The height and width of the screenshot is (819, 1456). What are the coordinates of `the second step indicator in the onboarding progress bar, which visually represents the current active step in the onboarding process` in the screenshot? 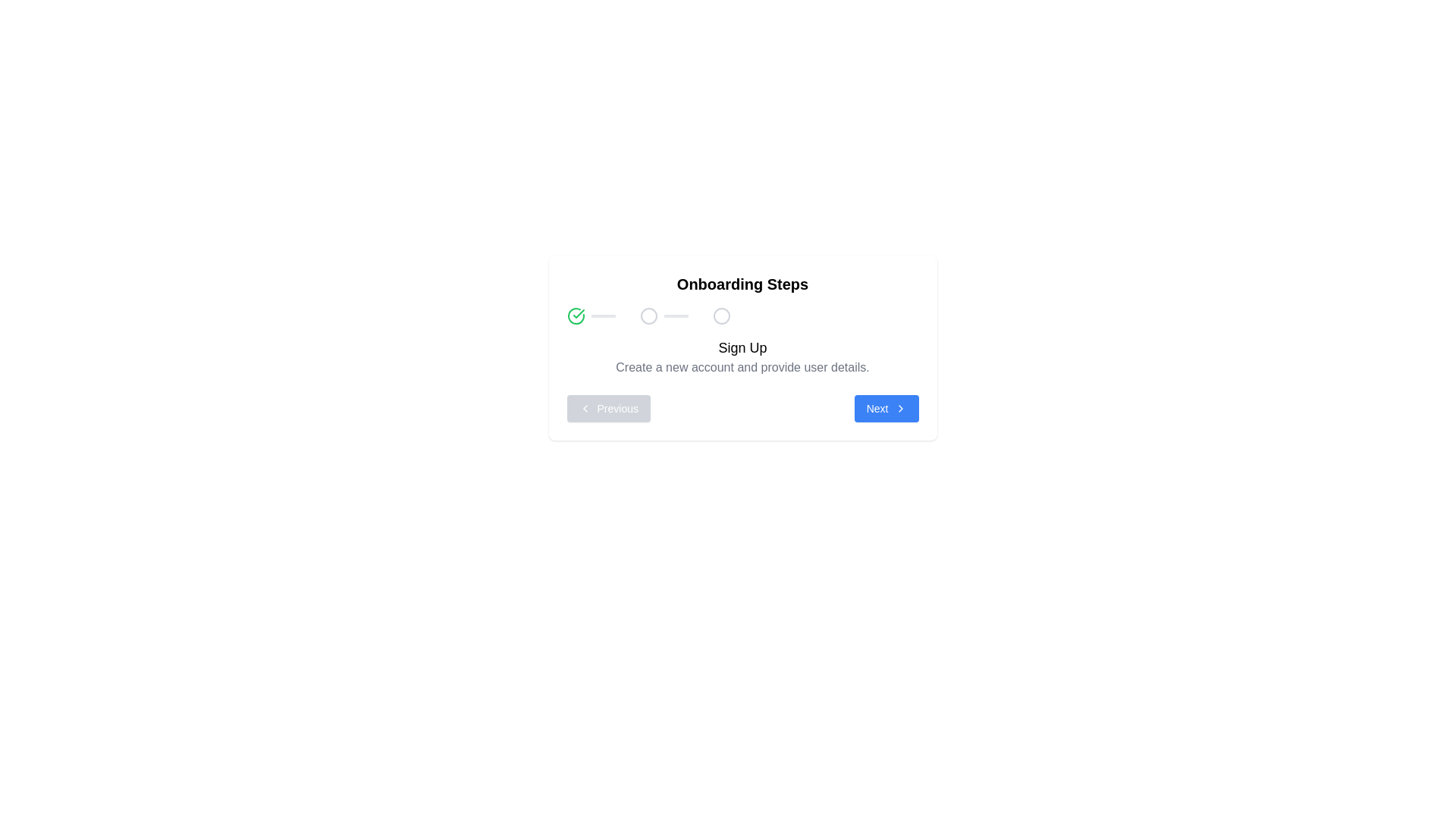 It's located at (648, 315).